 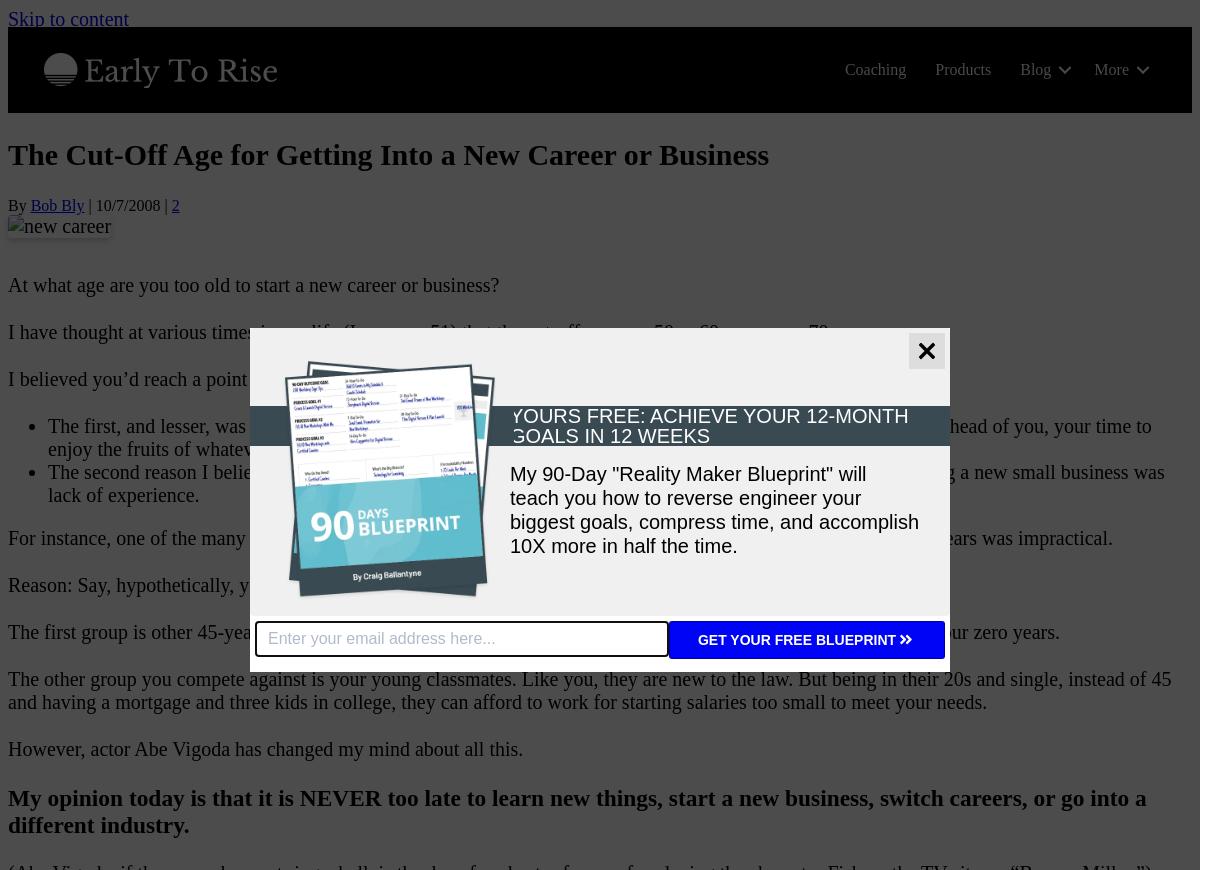 I want to click on 'At what age are you too old to start a new career or business?', so click(x=253, y=283).